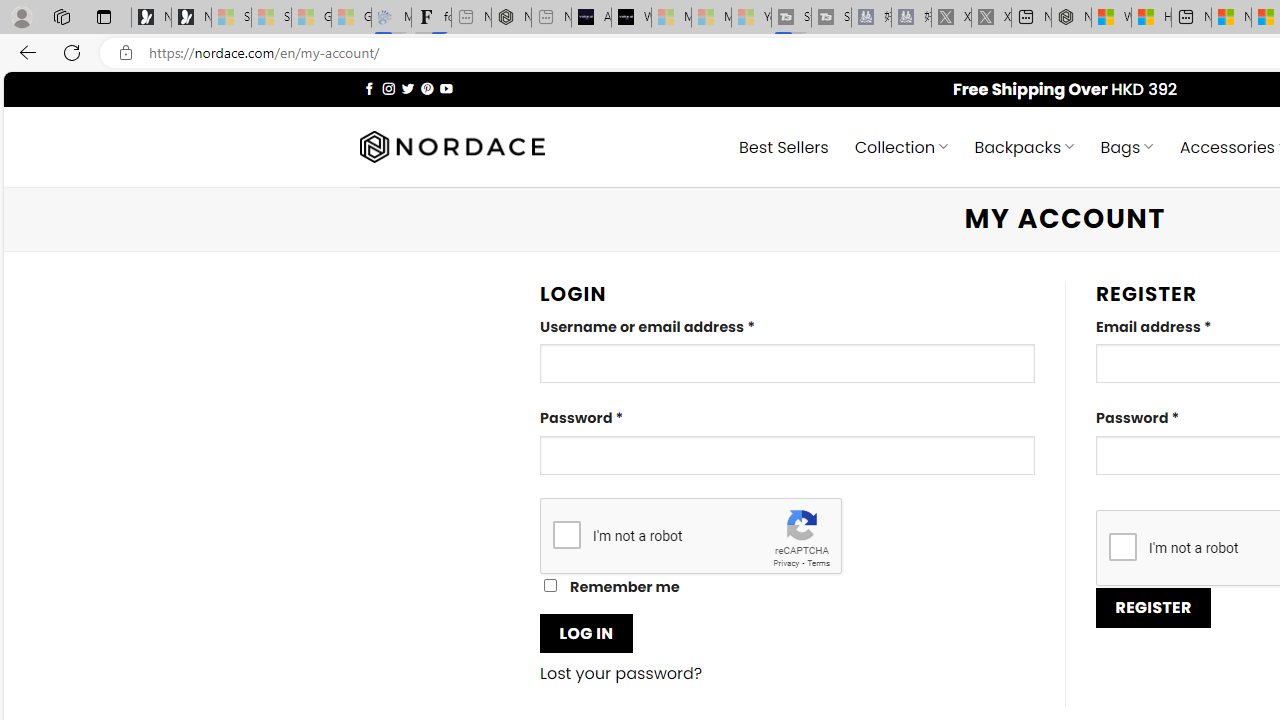 The image size is (1280, 720). I want to click on 'Follow on Twitter', so click(406, 87).